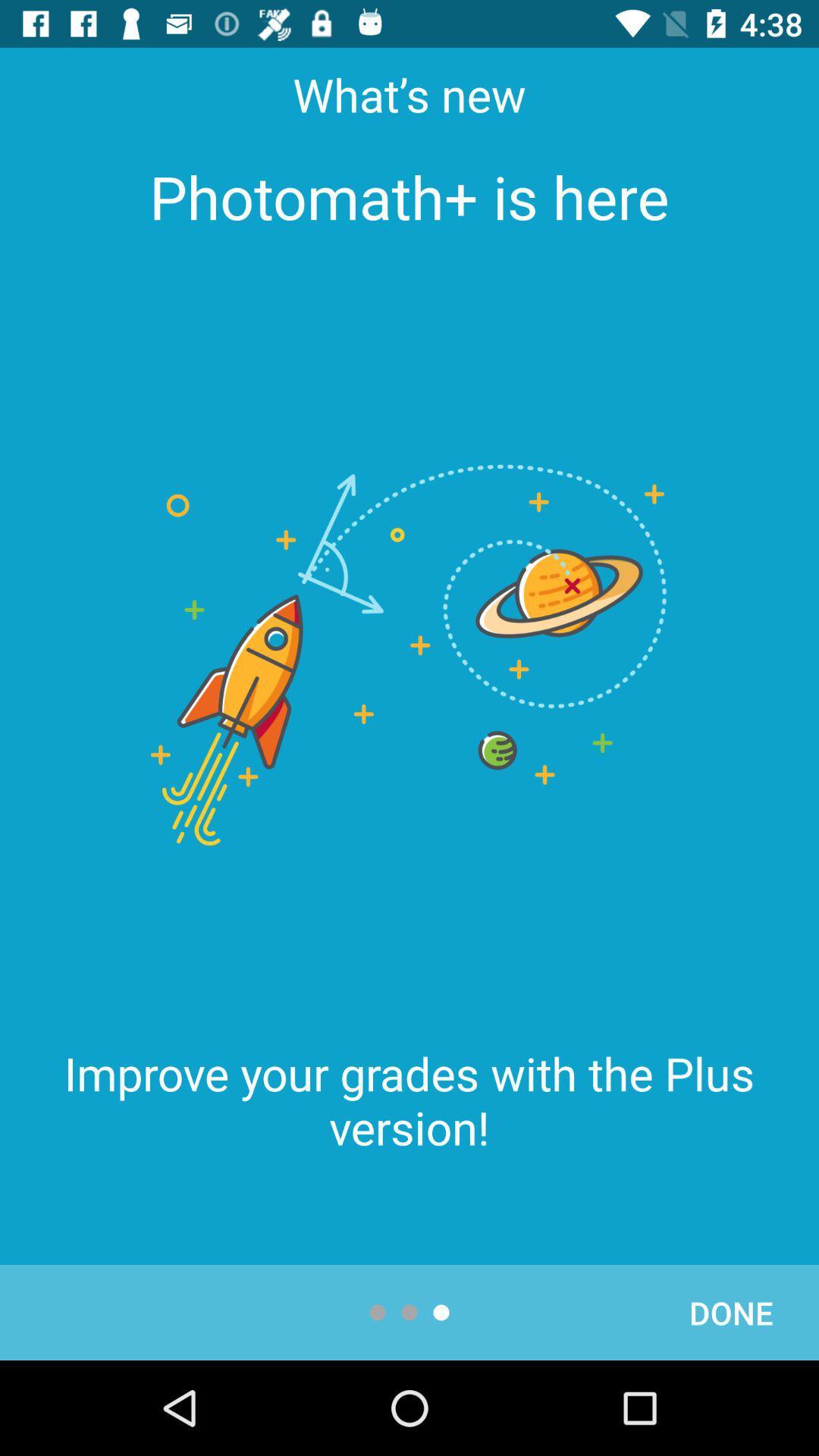  Describe the element at coordinates (730, 1312) in the screenshot. I see `the done` at that location.